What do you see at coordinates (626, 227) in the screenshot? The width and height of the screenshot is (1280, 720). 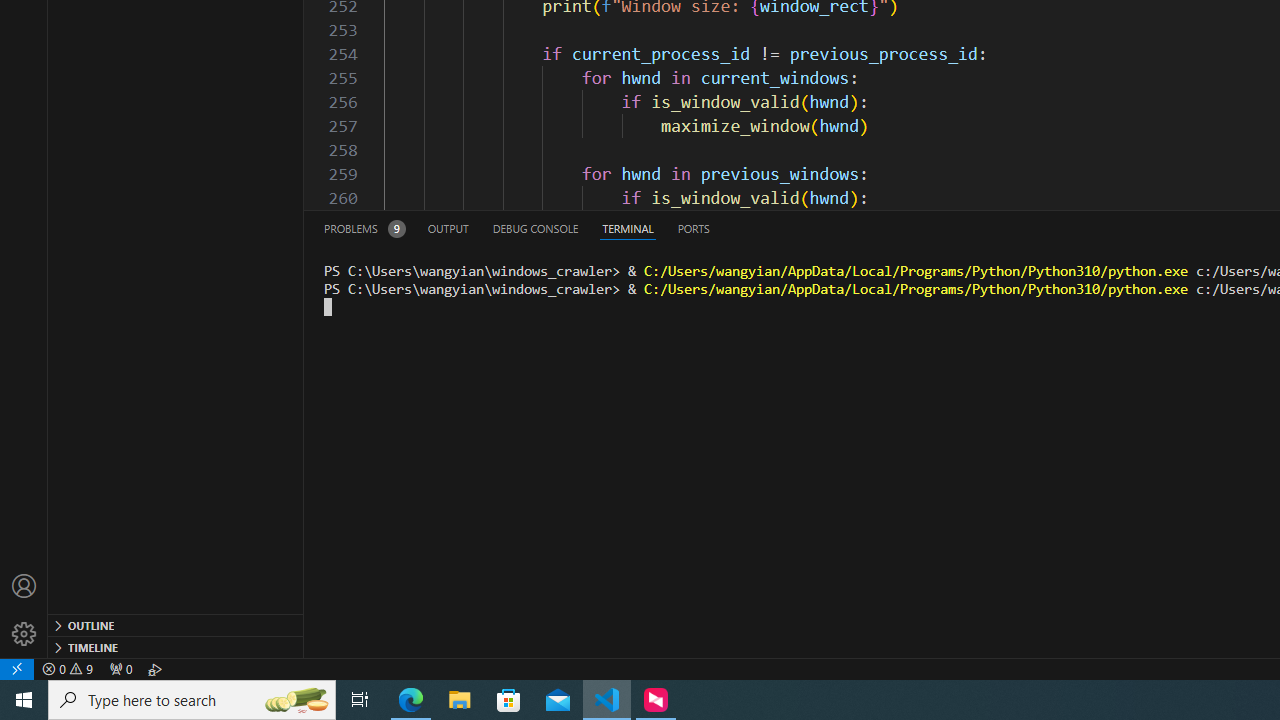 I see `'Terminal (Ctrl+`)'` at bounding box center [626, 227].